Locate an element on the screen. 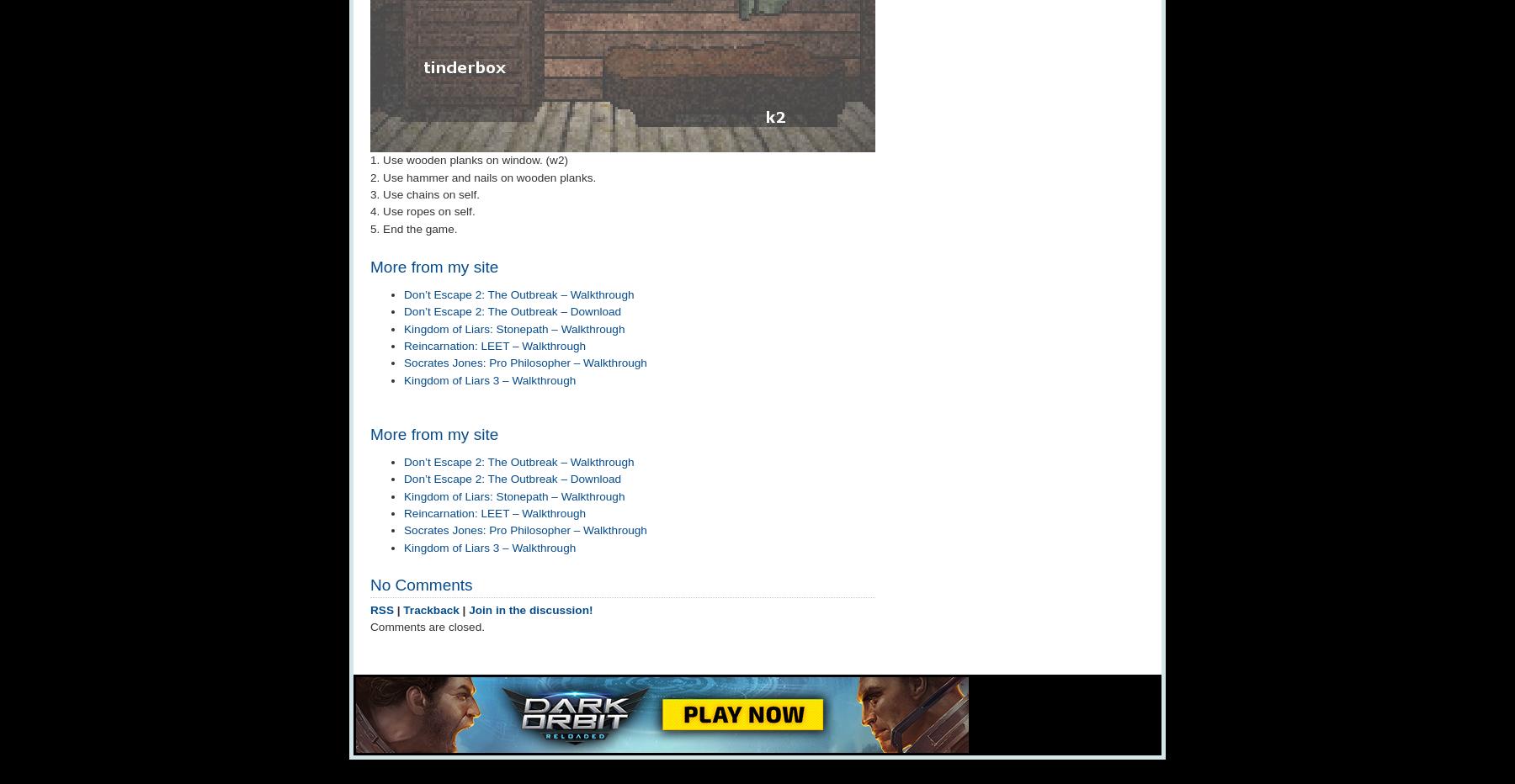 The width and height of the screenshot is (1515, 784). 'Join in the discussion!' is located at coordinates (530, 608).